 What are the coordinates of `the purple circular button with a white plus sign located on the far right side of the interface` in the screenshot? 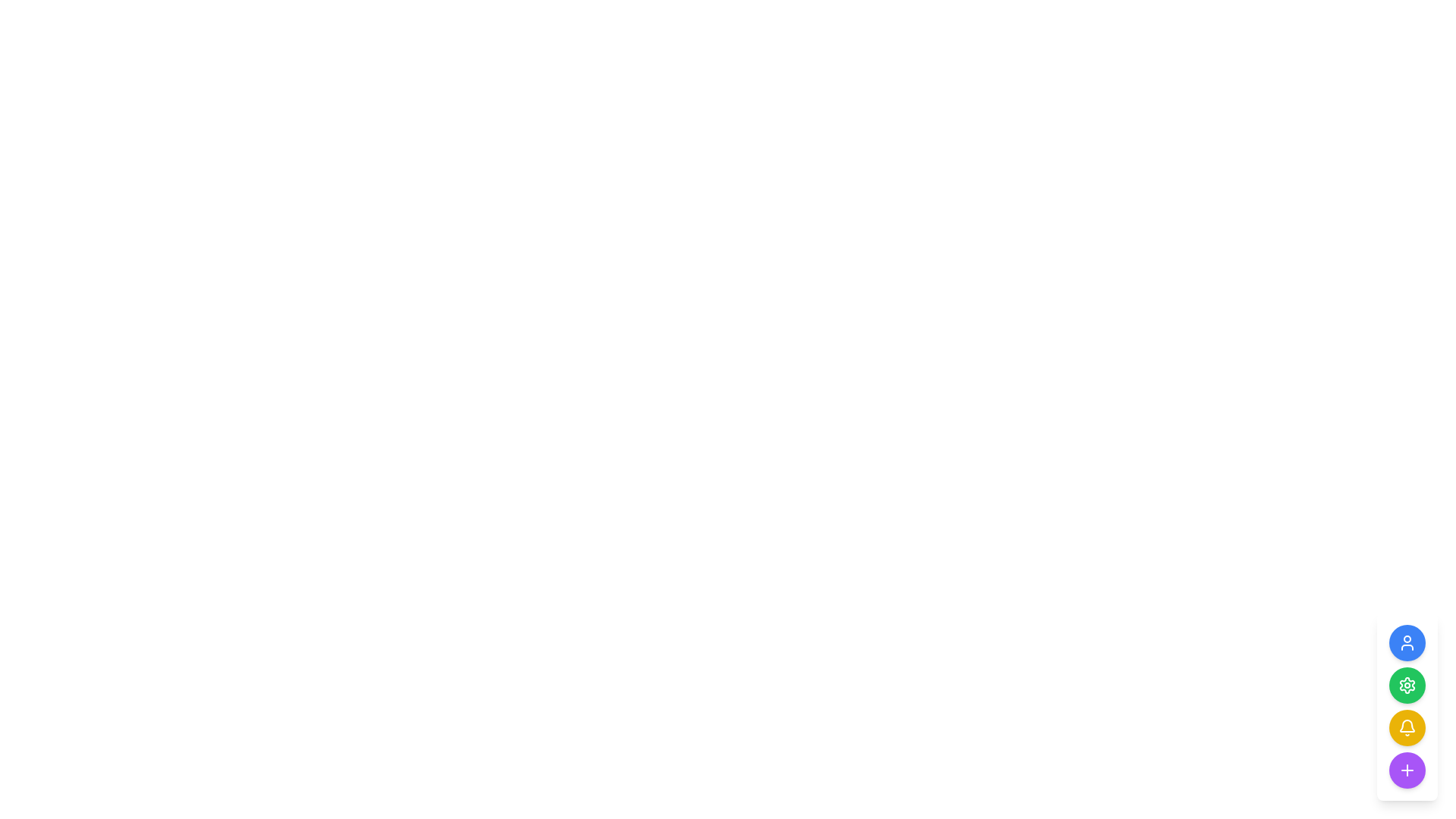 It's located at (1407, 770).